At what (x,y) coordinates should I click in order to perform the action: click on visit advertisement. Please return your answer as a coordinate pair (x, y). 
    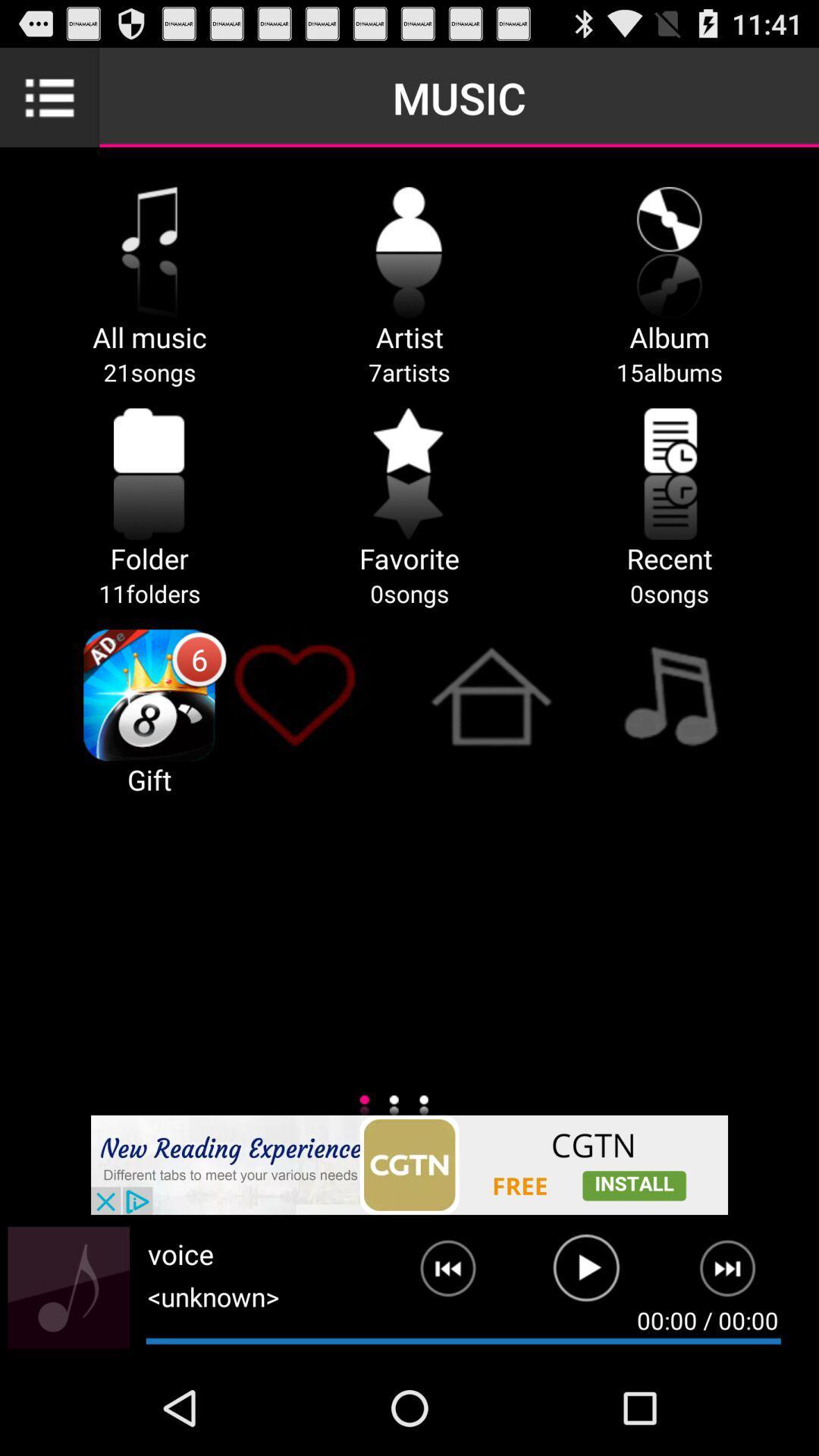
    Looking at the image, I should click on (409, 1164).